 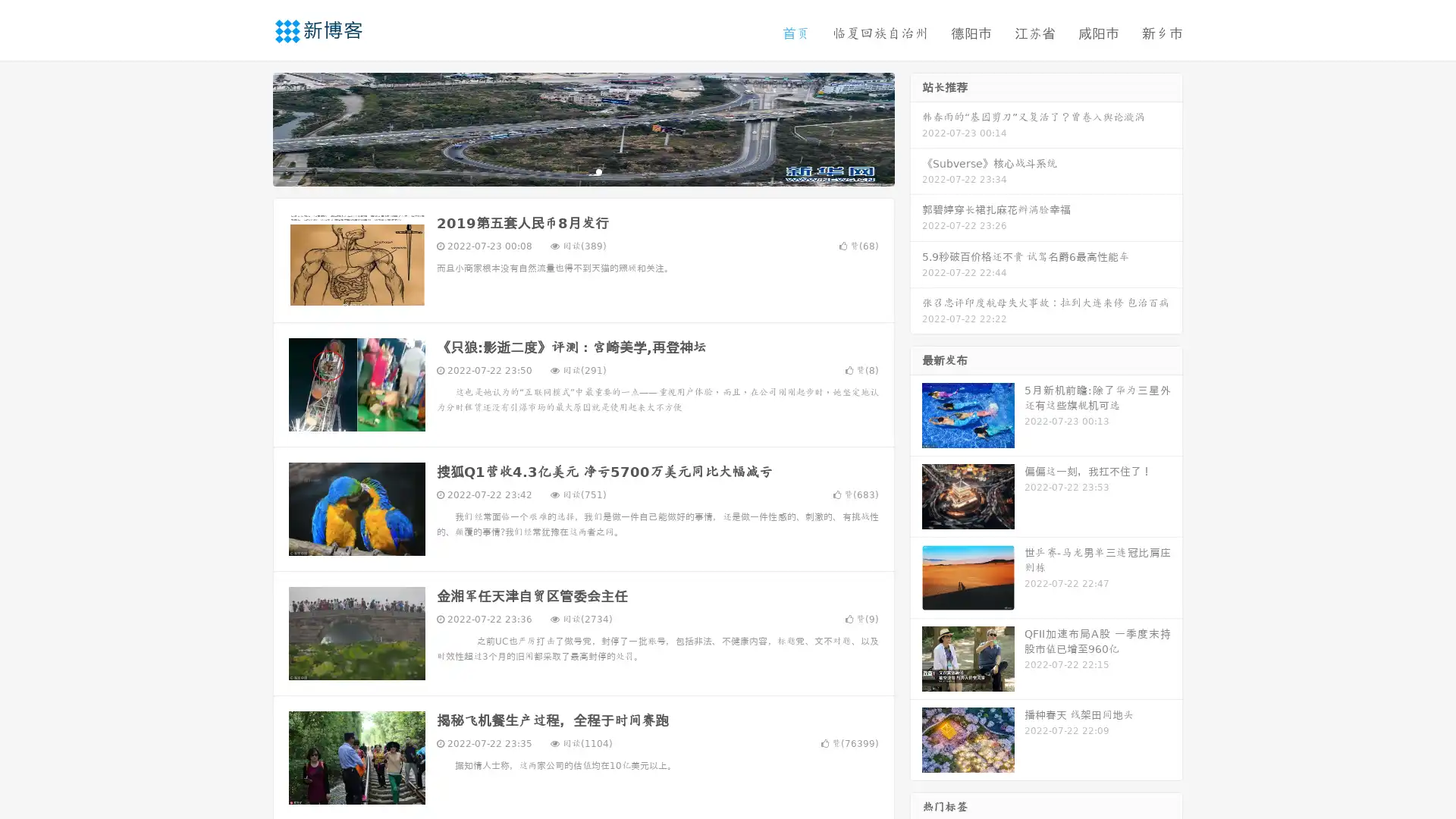 I want to click on Previous slide, so click(x=250, y=127).